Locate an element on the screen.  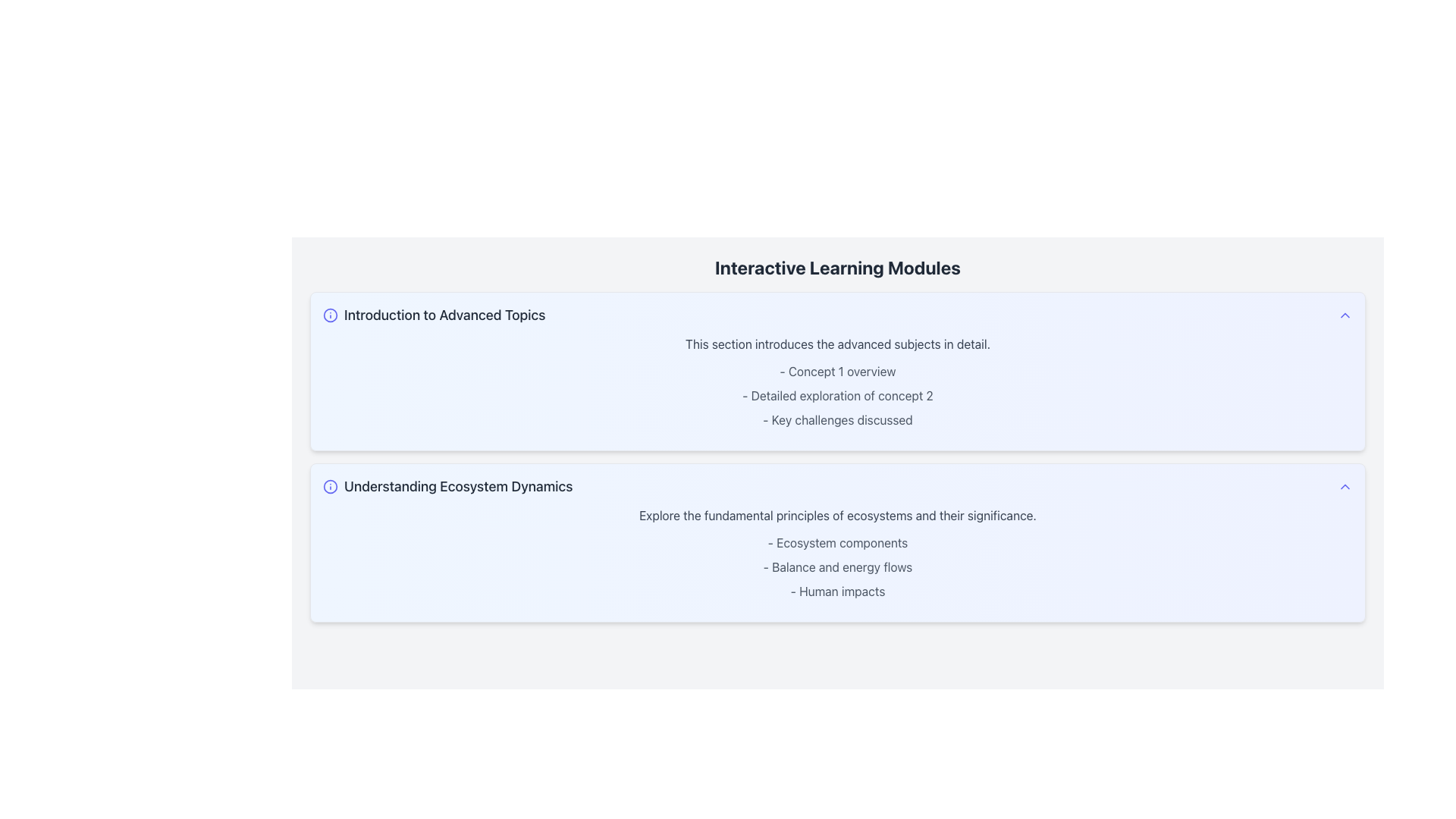
the second item in the vertical list of bullet points, which indicates a specific concept or topic under an educational module, positioned below 'Ecosystem components' and above 'Human impacts' is located at coordinates (836, 567).